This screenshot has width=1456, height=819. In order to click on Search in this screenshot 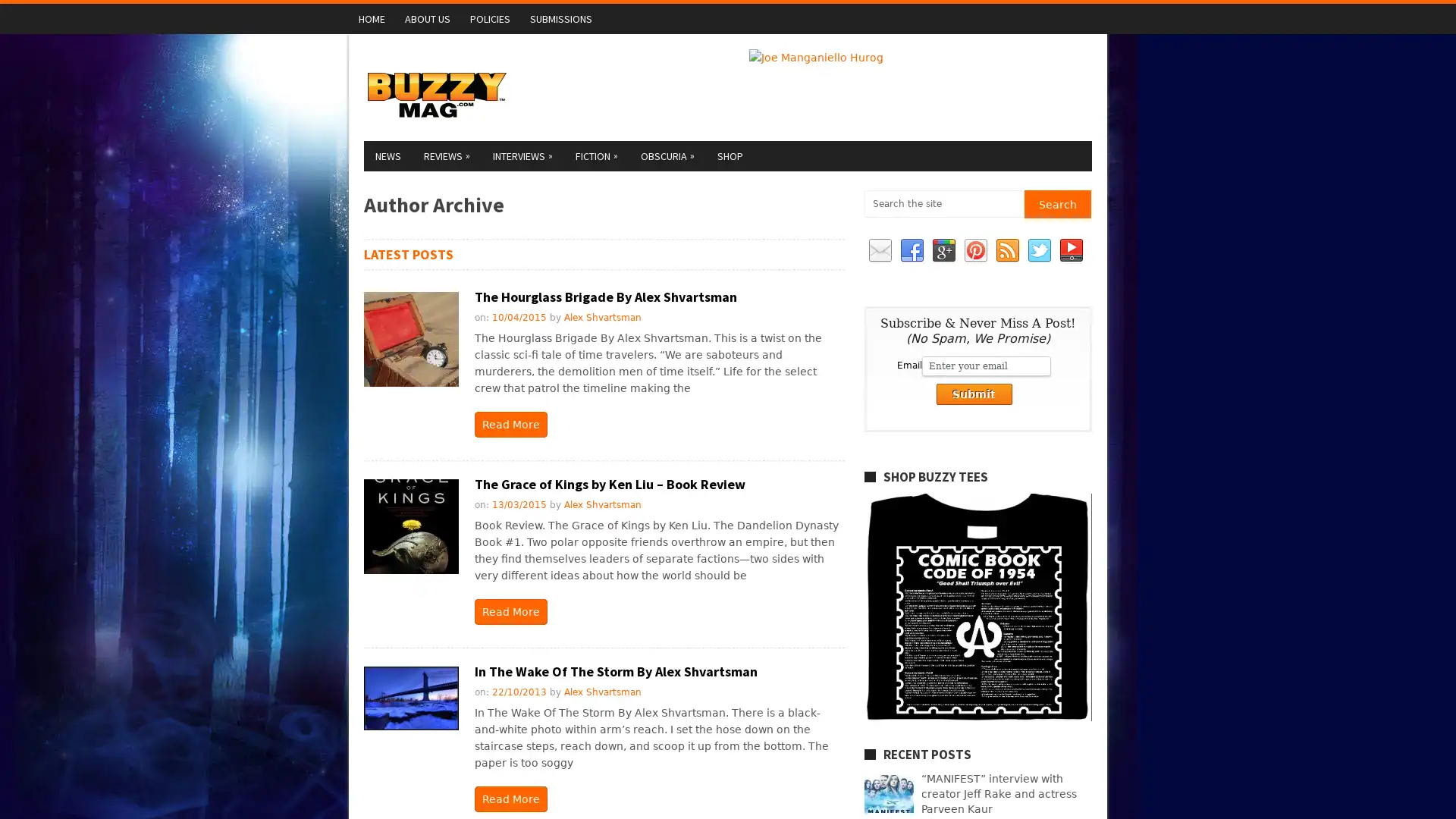, I will do `click(1056, 203)`.